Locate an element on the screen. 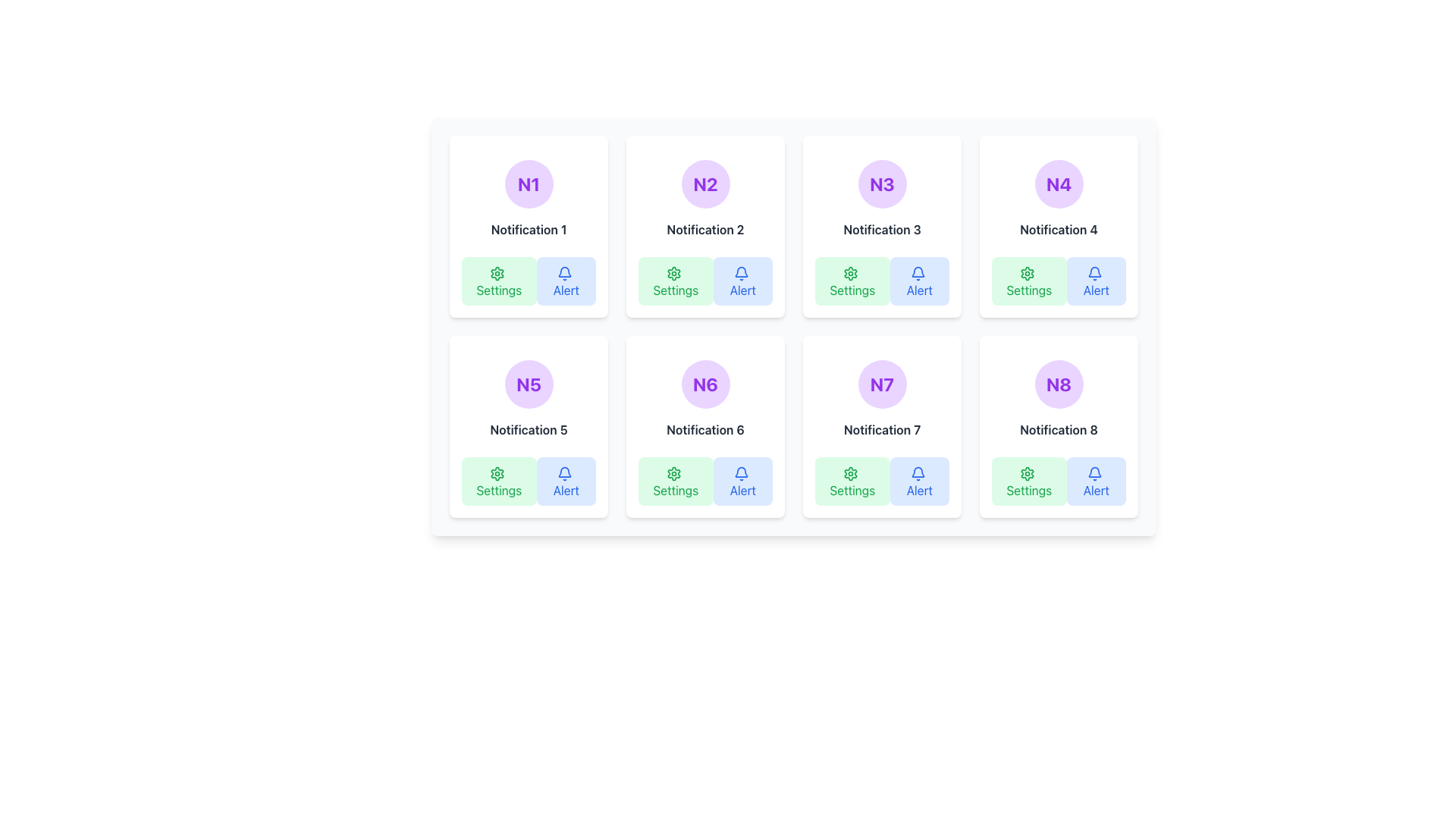 The image size is (1456, 819). the button in the notification card labeled 'Notification 8' is located at coordinates (1096, 482).